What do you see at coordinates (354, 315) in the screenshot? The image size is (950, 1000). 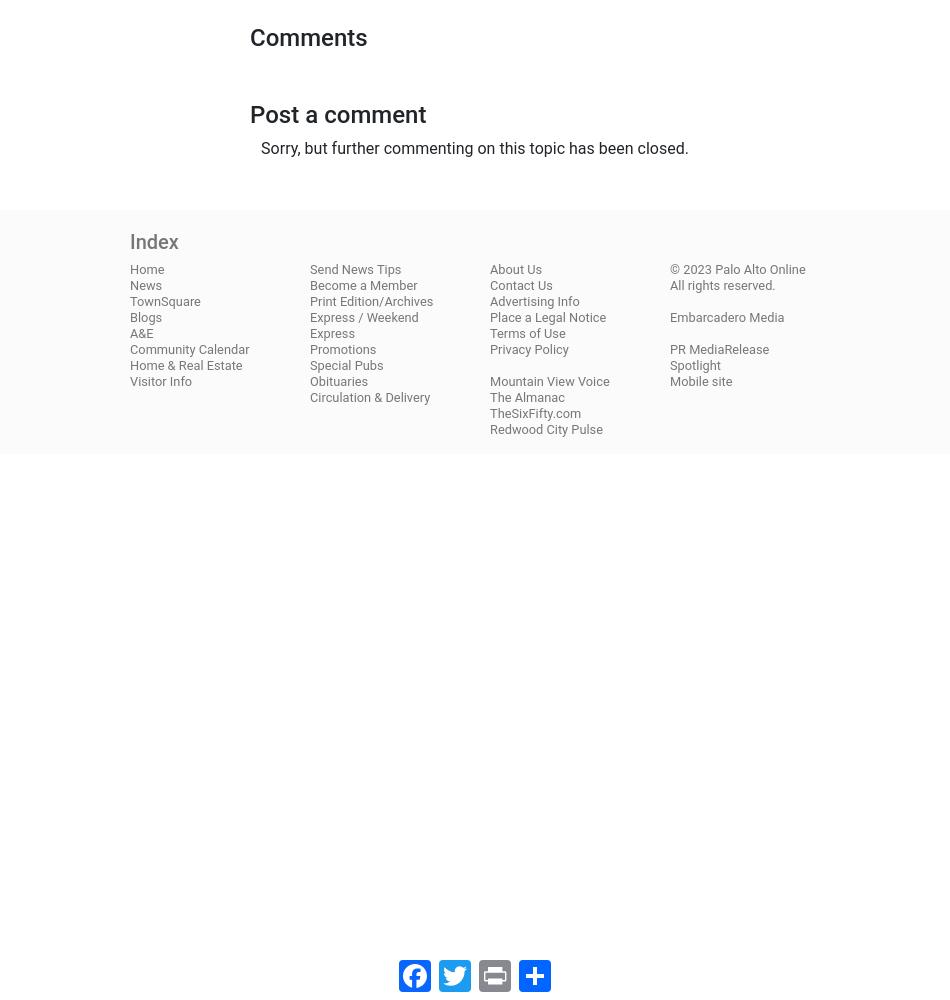 I see `'/'` at bounding box center [354, 315].